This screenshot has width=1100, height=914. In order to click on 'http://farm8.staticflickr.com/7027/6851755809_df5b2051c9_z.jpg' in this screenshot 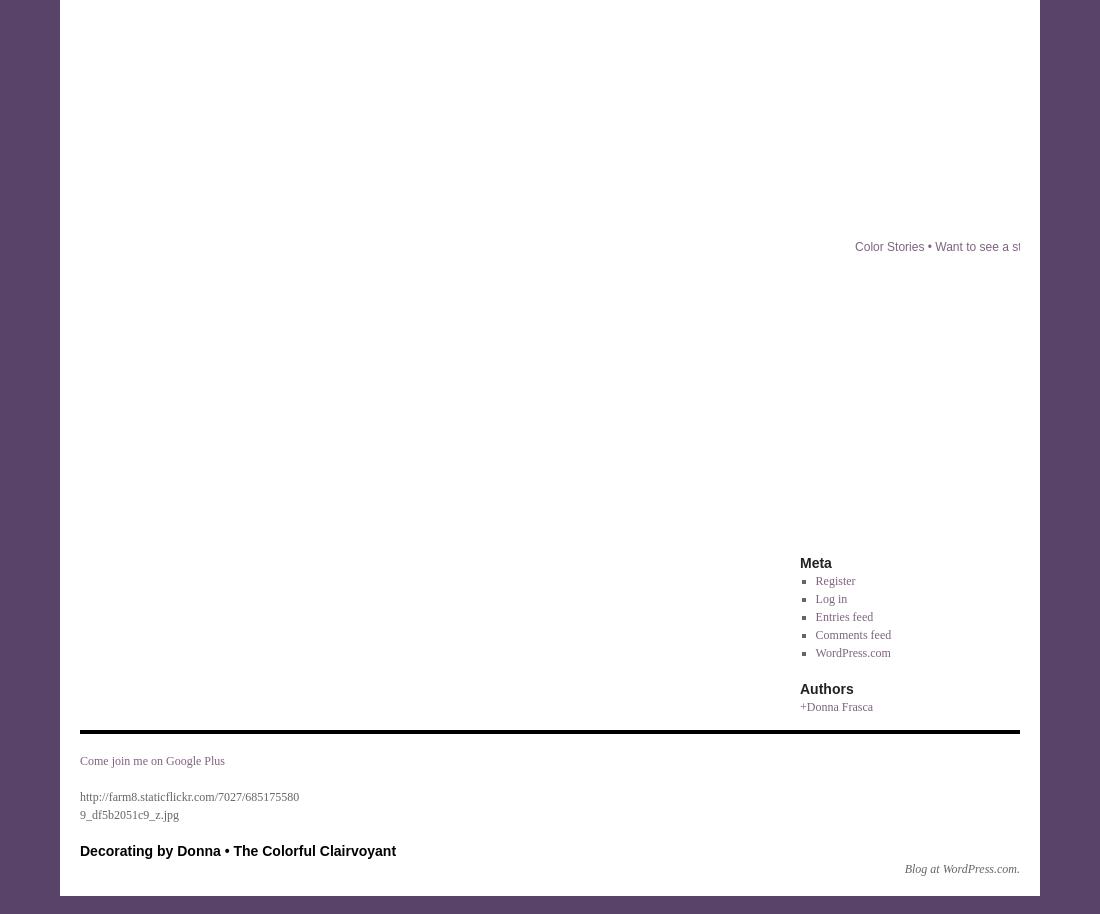, I will do `click(188, 804)`.